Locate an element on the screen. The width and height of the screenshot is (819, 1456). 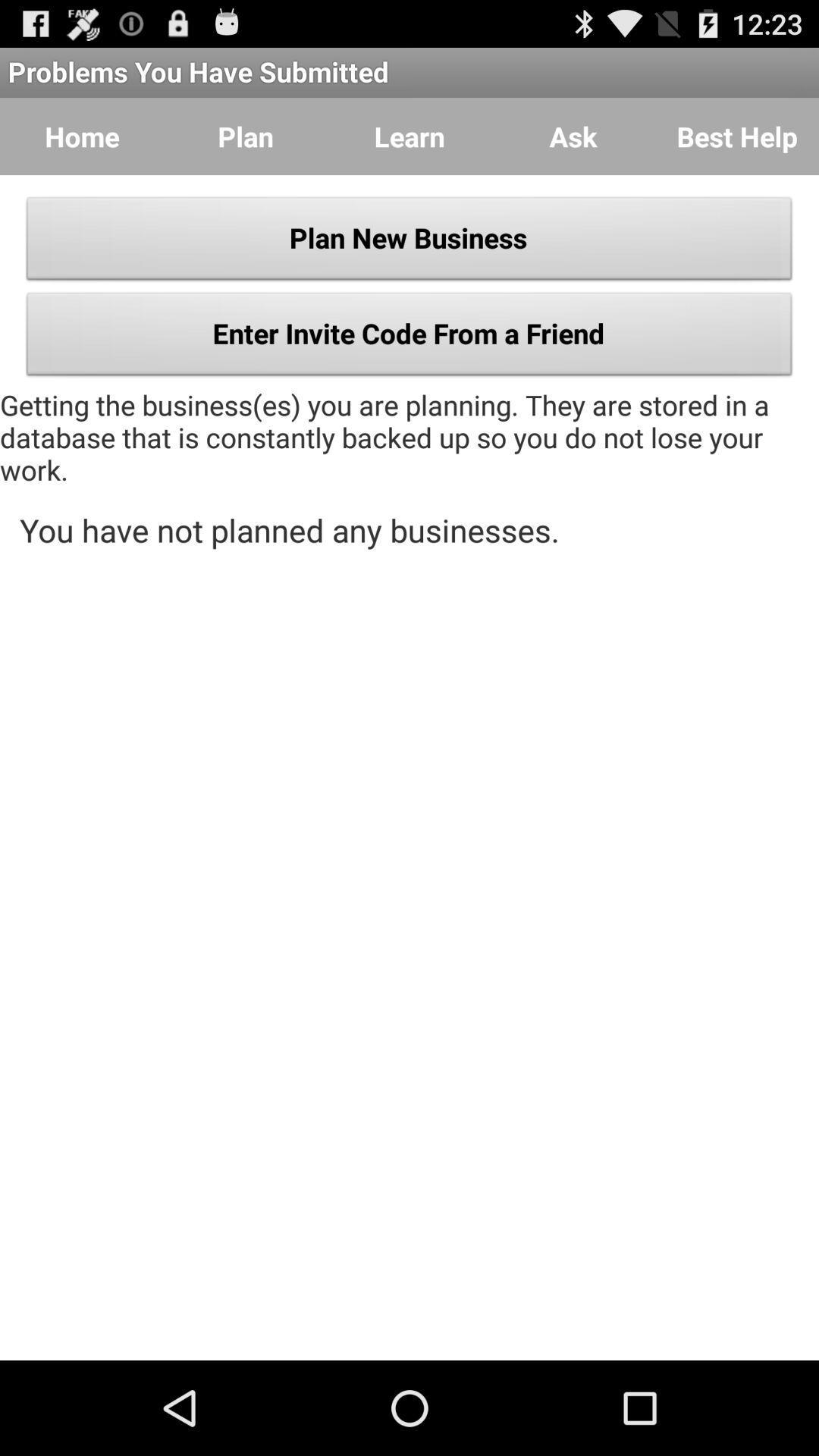
the icon below problems you have icon is located at coordinates (82, 136).